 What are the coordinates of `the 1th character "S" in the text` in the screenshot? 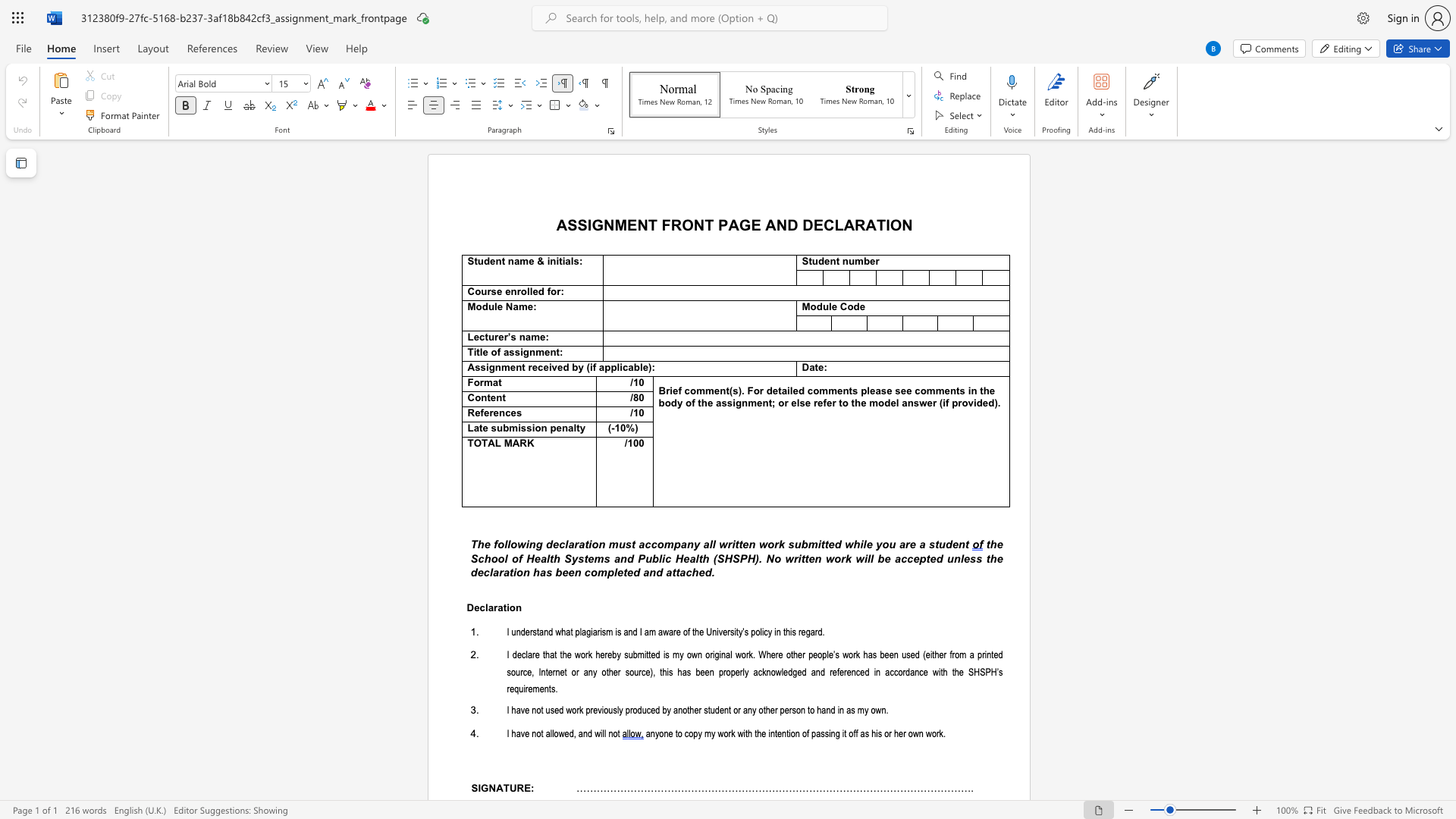 It's located at (469, 260).